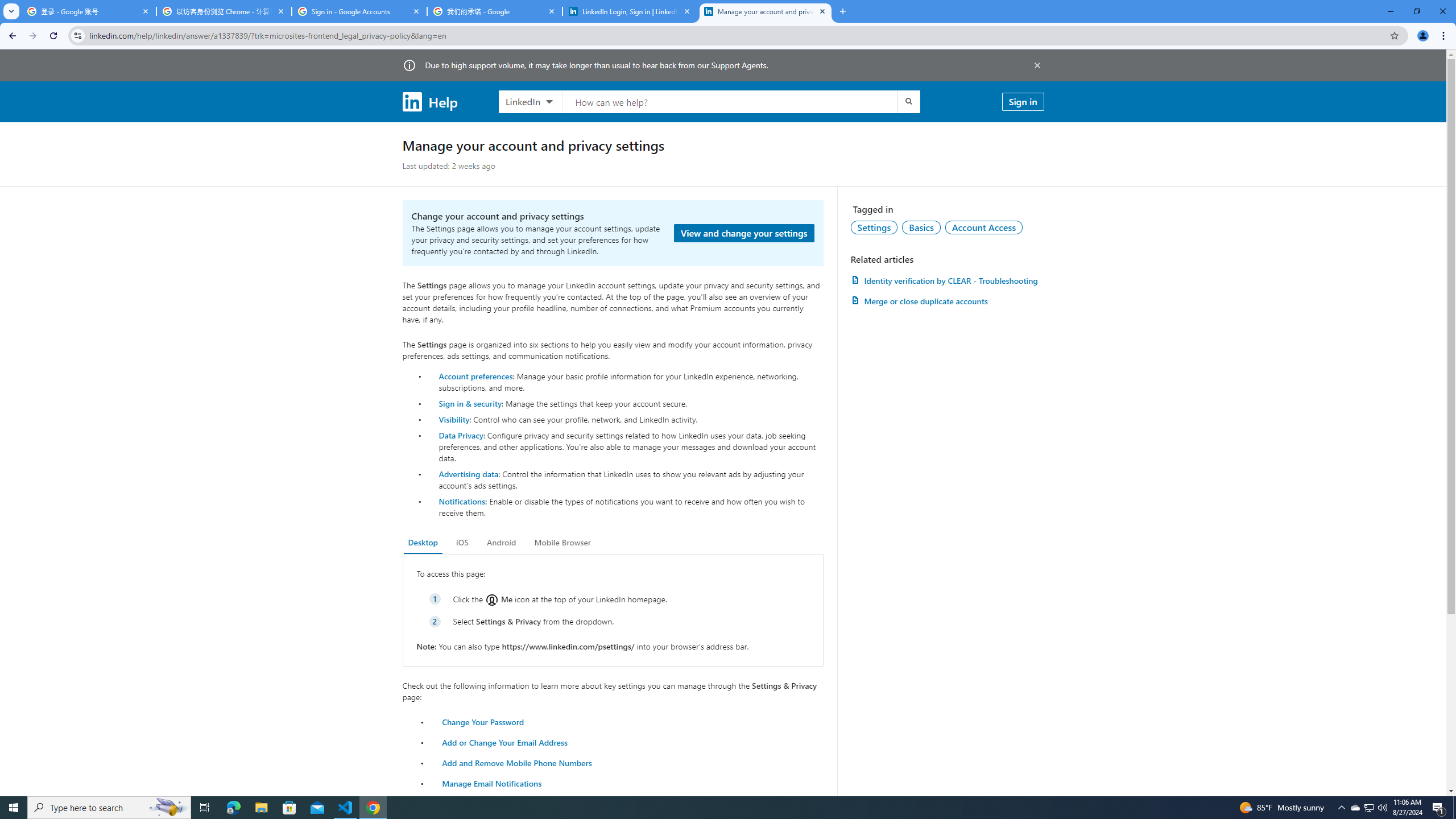 The width and height of the screenshot is (1456, 819). I want to click on 'Add and Remove Mobile Phone Numbers', so click(517, 762).